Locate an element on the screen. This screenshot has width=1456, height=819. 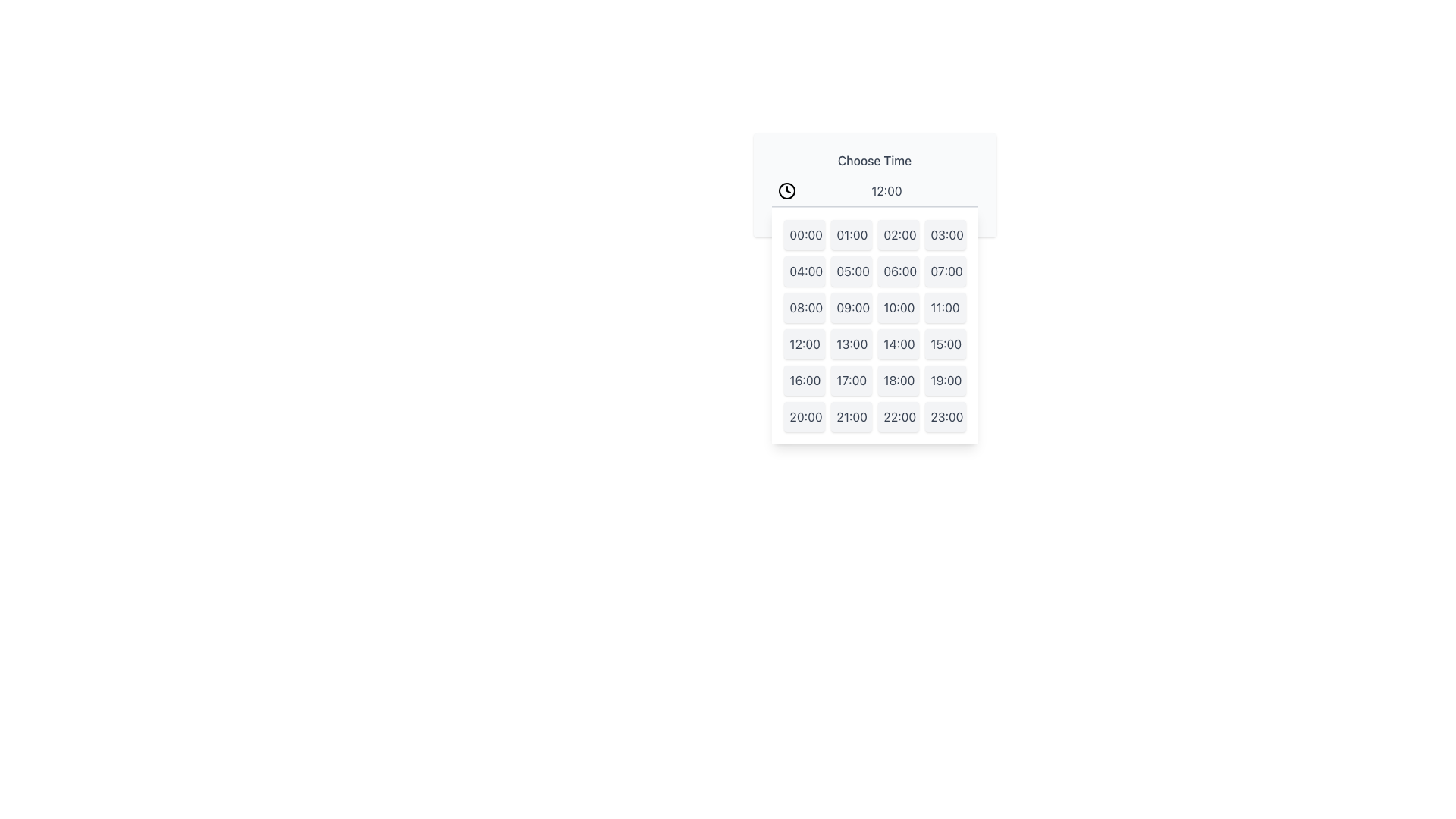
the second button in the first row of the time picker interface is located at coordinates (851, 234).